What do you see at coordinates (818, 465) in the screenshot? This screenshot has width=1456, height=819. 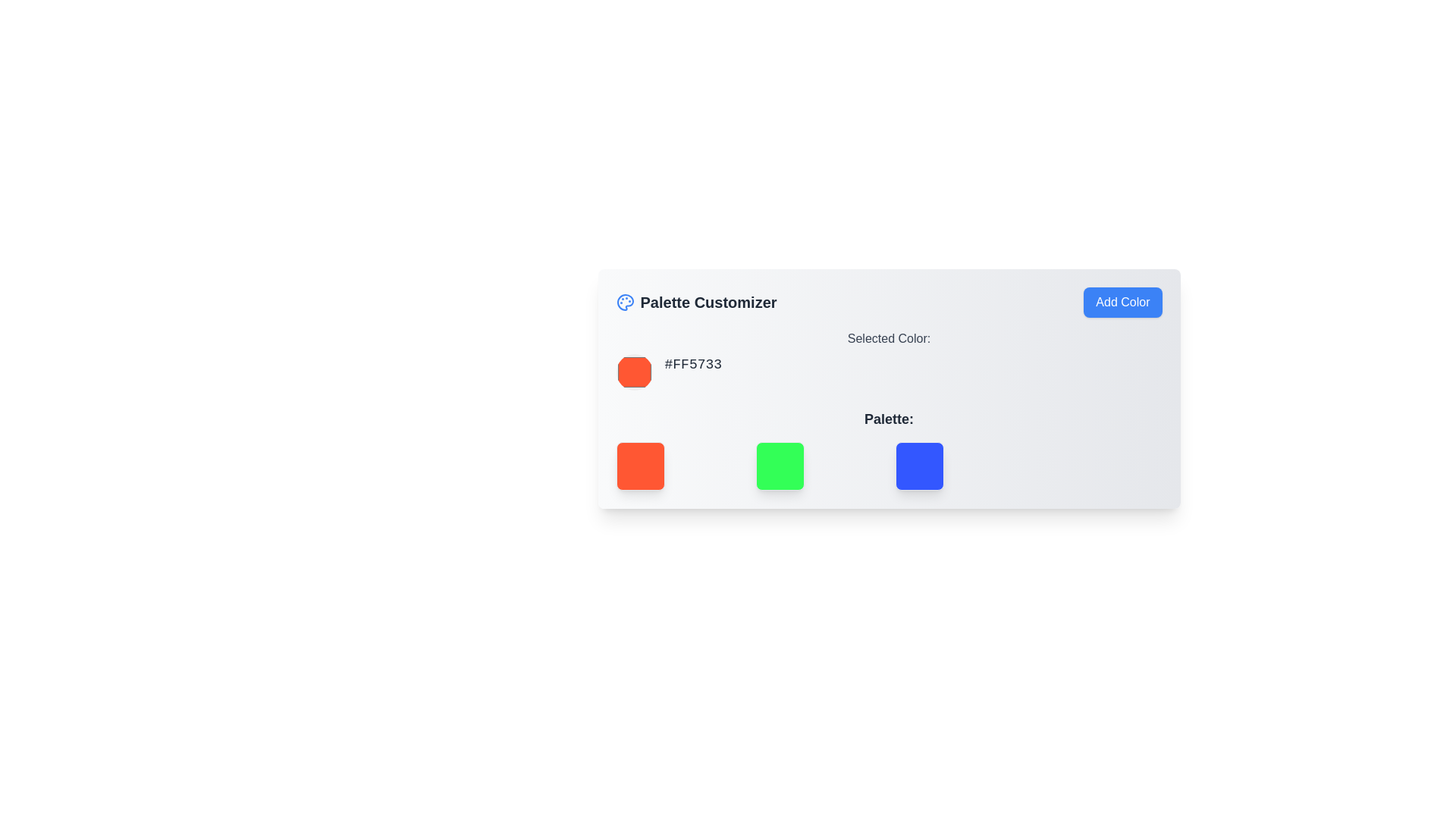 I see `the green color swatch, the second square from the left` at bounding box center [818, 465].